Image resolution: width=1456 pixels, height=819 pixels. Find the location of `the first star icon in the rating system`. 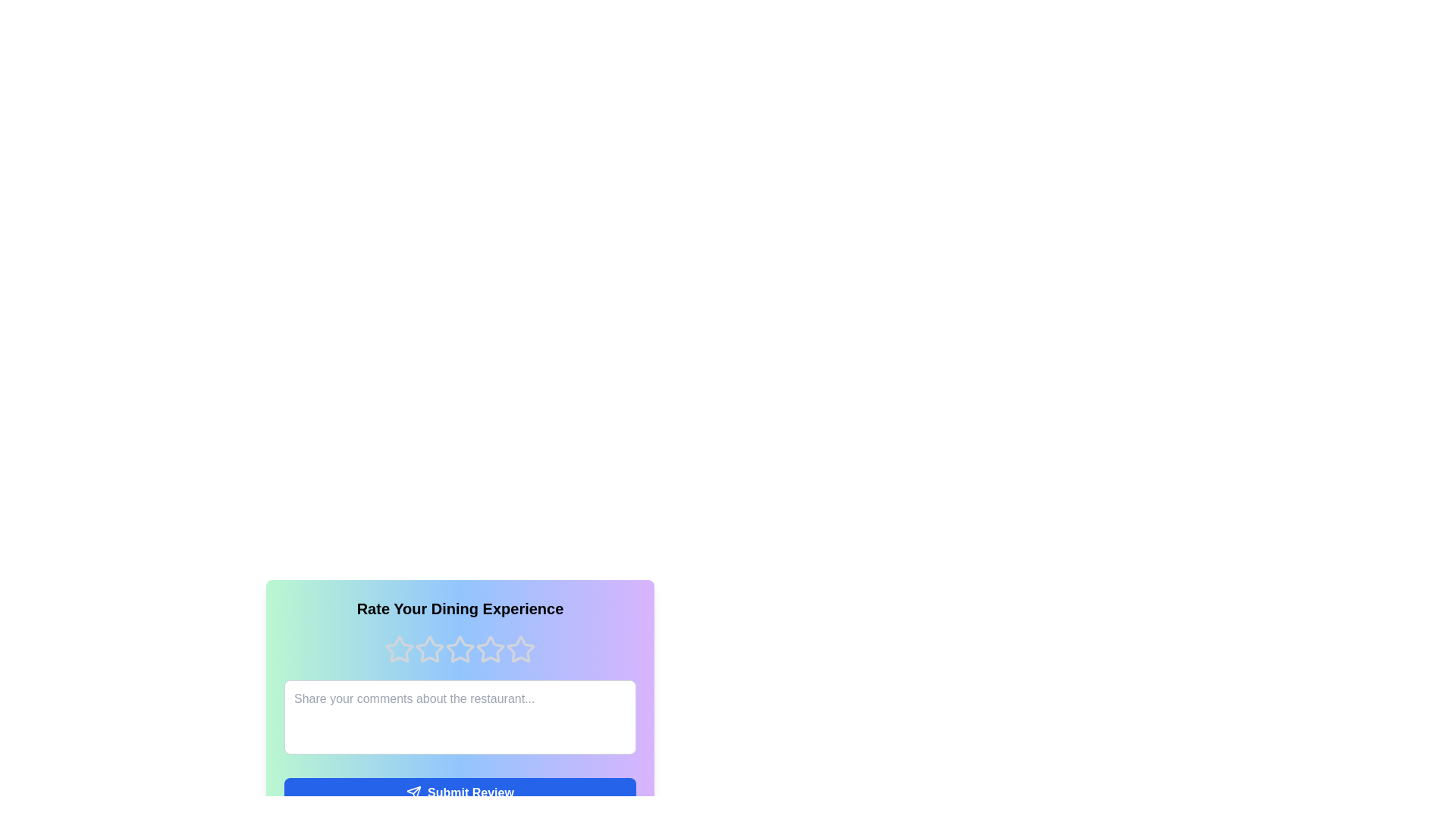

the first star icon in the rating system is located at coordinates (400, 648).